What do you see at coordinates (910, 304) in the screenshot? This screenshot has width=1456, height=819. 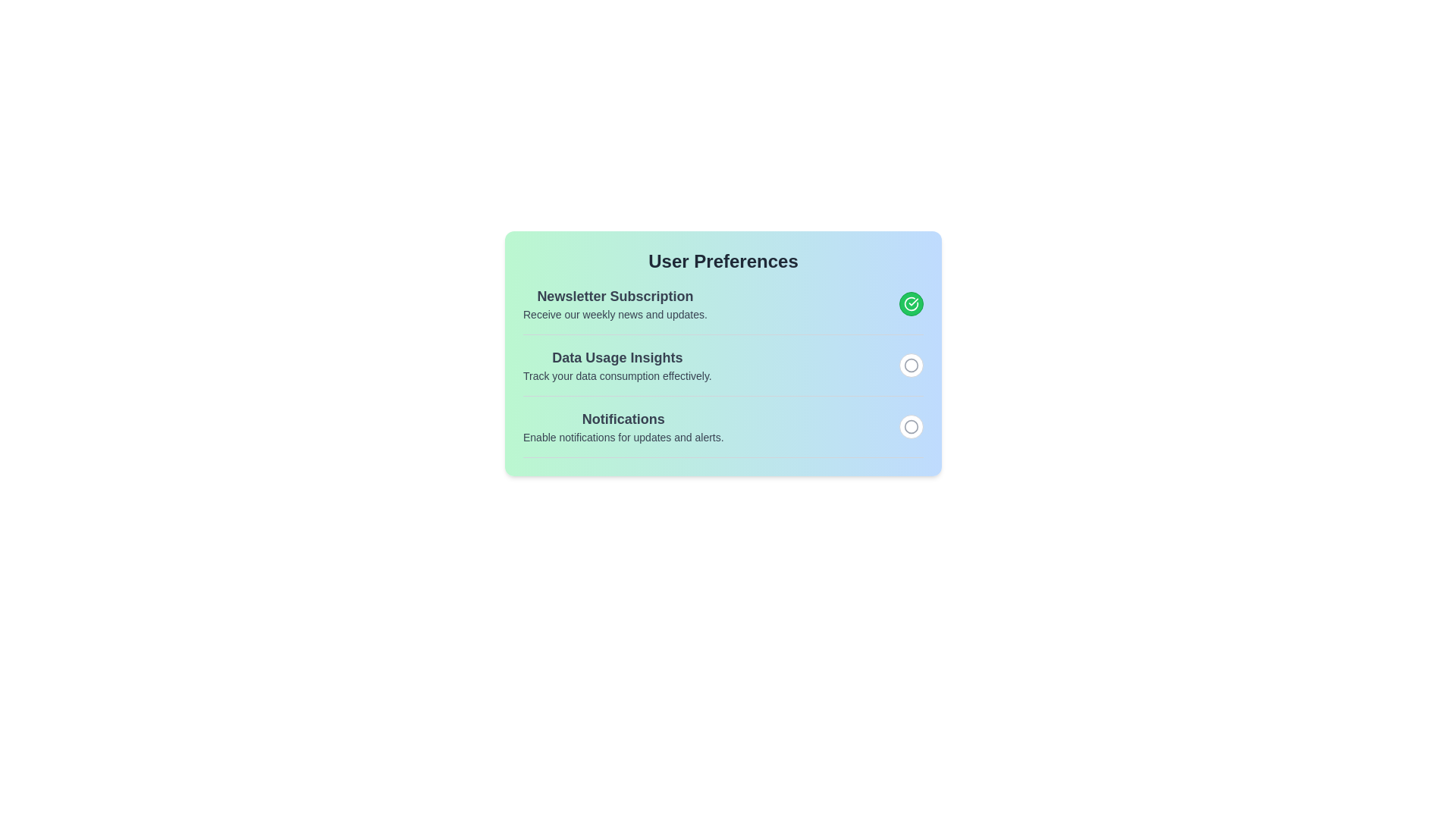 I see `the circular green confirmation button with a white checkmark in the 'Newsletter Subscription' section` at bounding box center [910, 304].